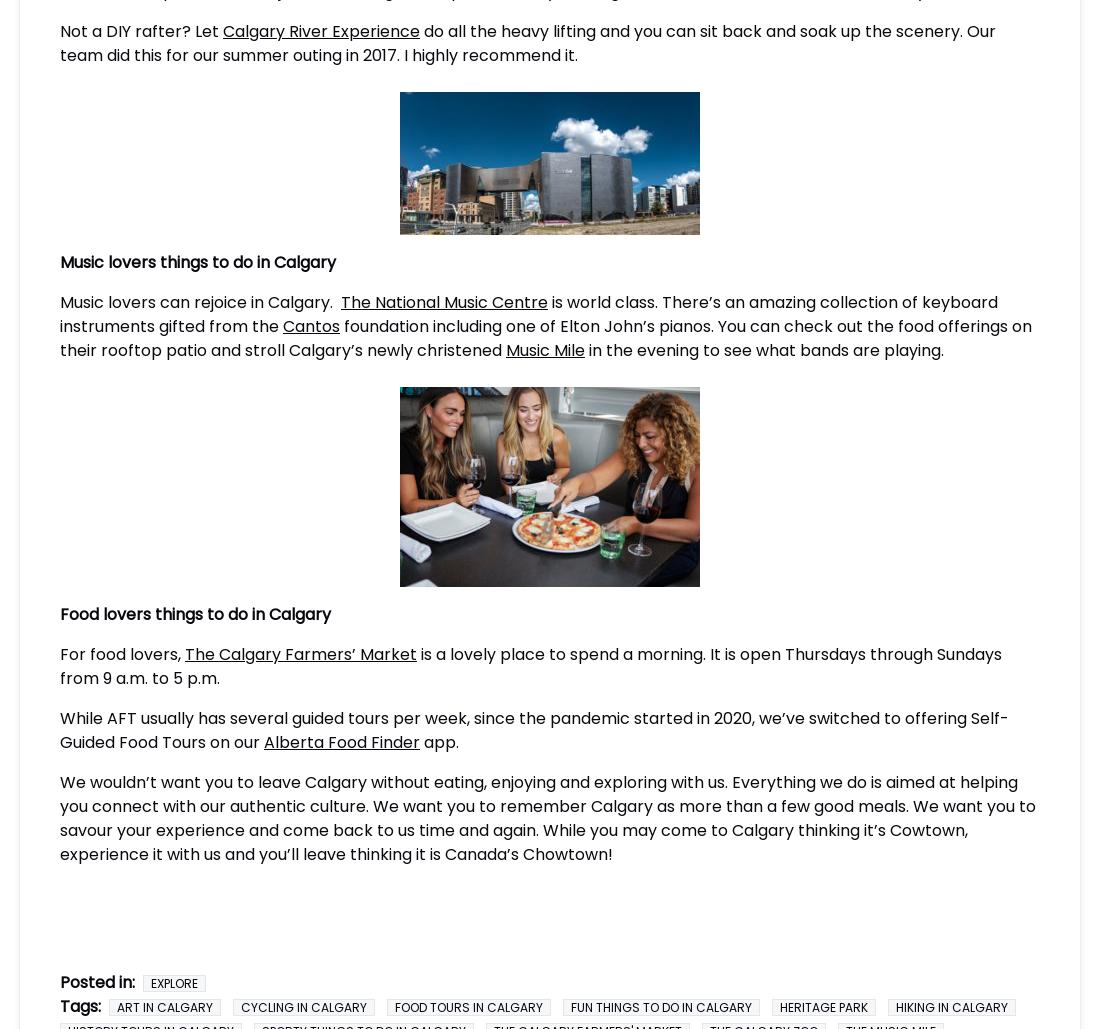 This screenshot has height=1029, width=1100. I want to click on 'For food lovers,', so click(122, 653).